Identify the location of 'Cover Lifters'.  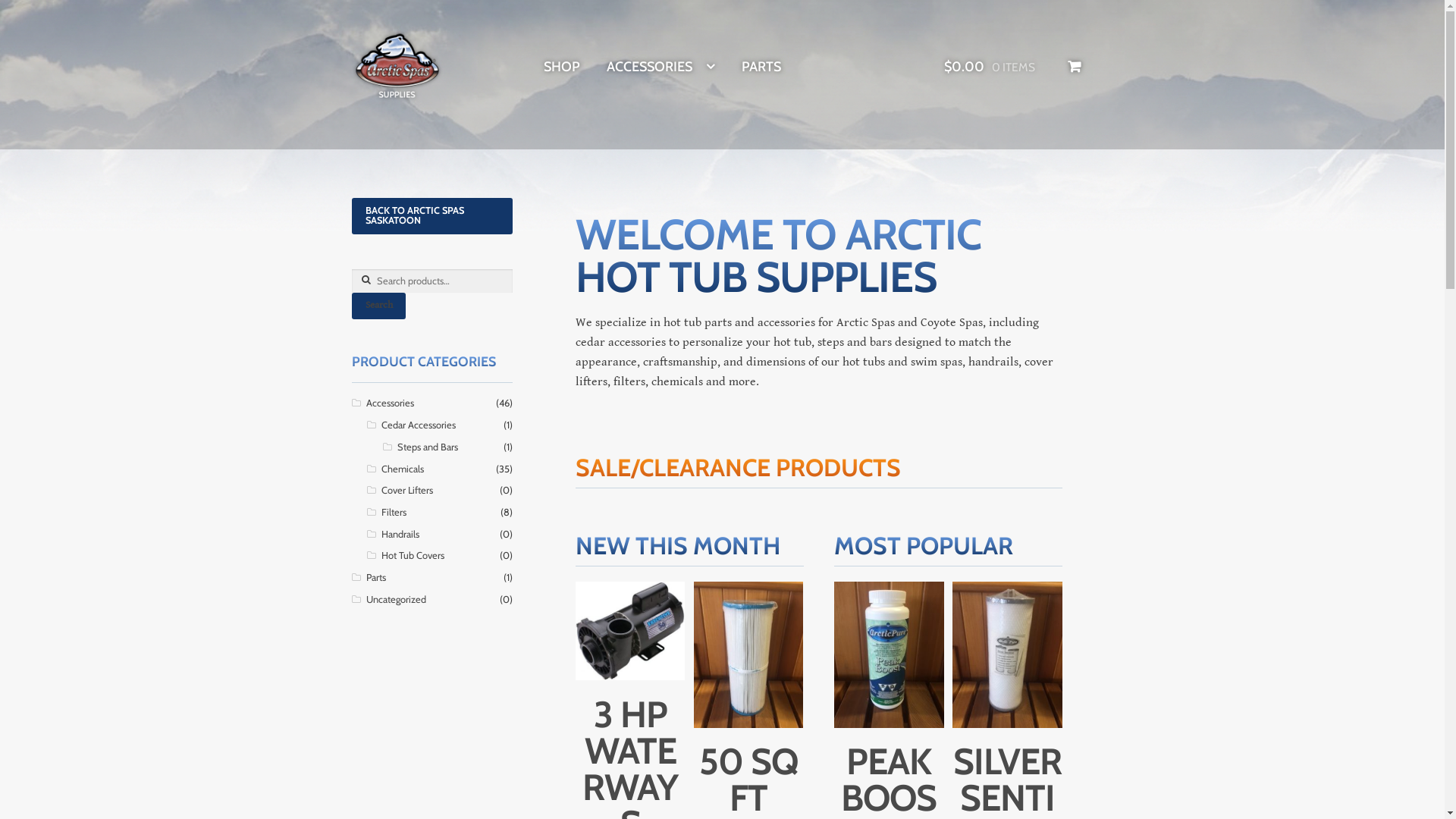
(381, 490).